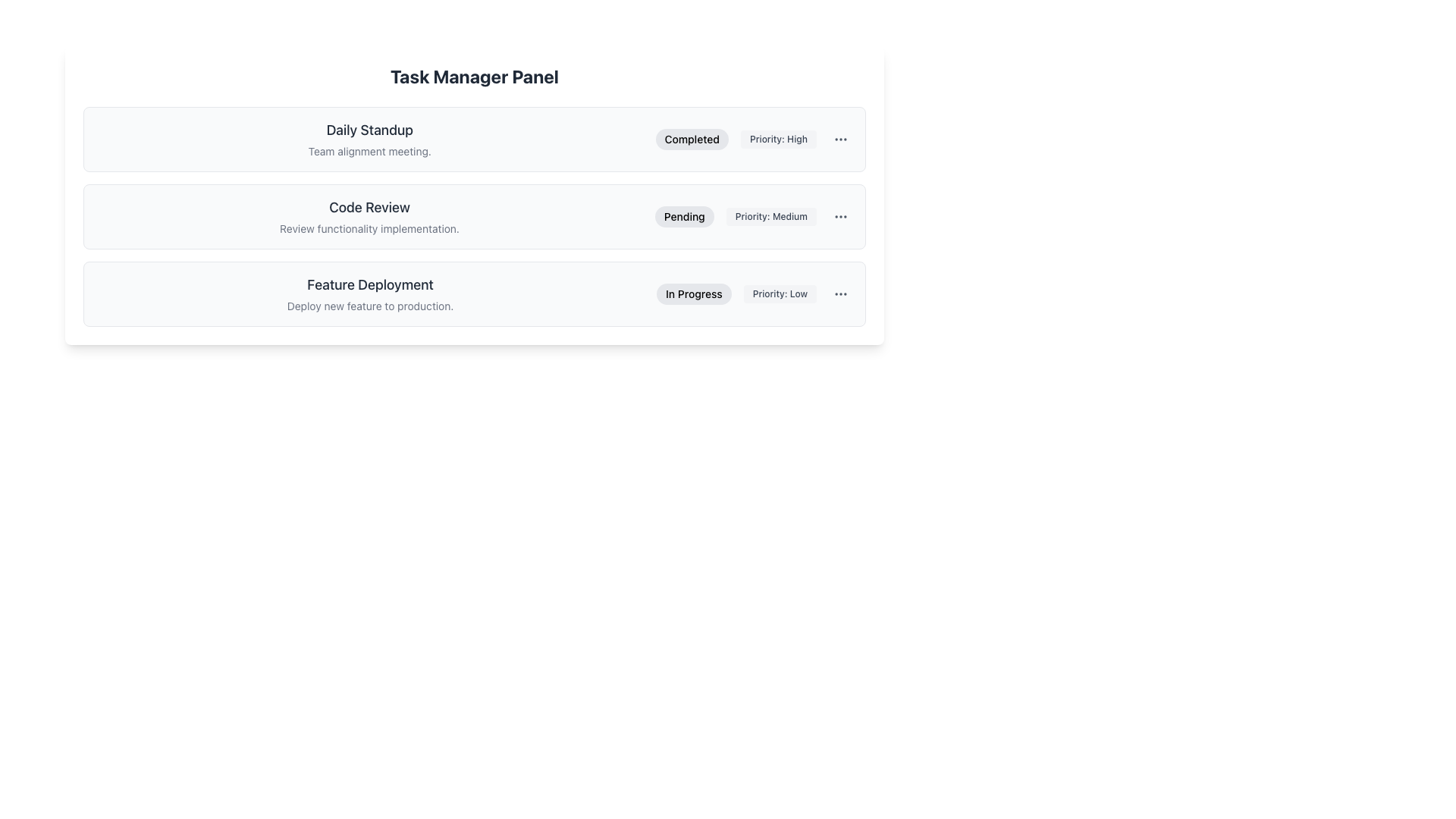 Image resolution: width=1456 pixels, height=819 pixels. What do you see at coordinates (839, 294) in the screenshot?
I see `the circular button located at the far right end of the 'Feature Deployment' card` at bounding box center [839, 294].